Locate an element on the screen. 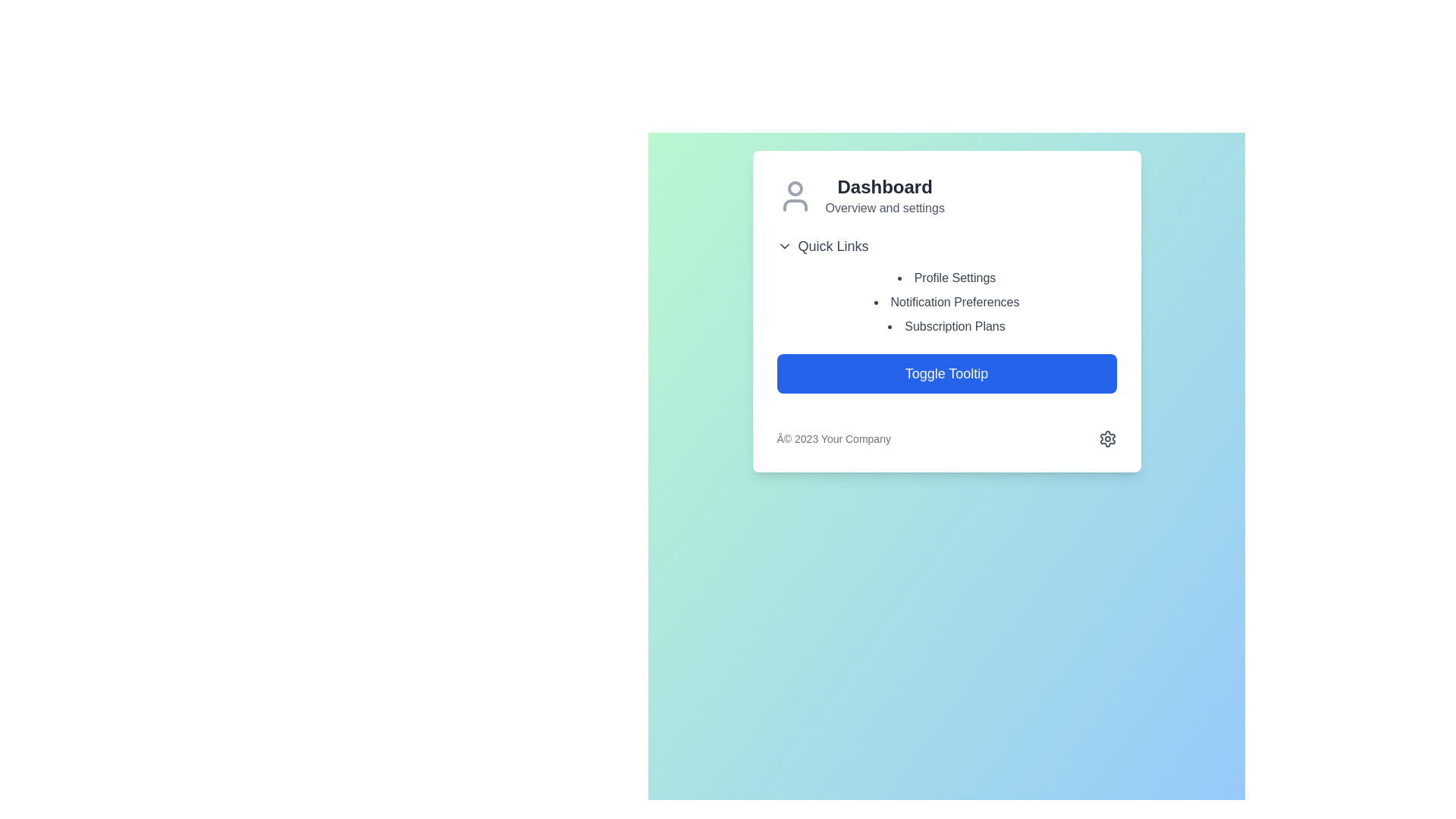 Image resolution: width=1456 pixels, height=819 pixels. the 'Notification Preferences' text element in the second position of the bulleted list within the 'Quick Links' section is located at coordinates (946, 311).